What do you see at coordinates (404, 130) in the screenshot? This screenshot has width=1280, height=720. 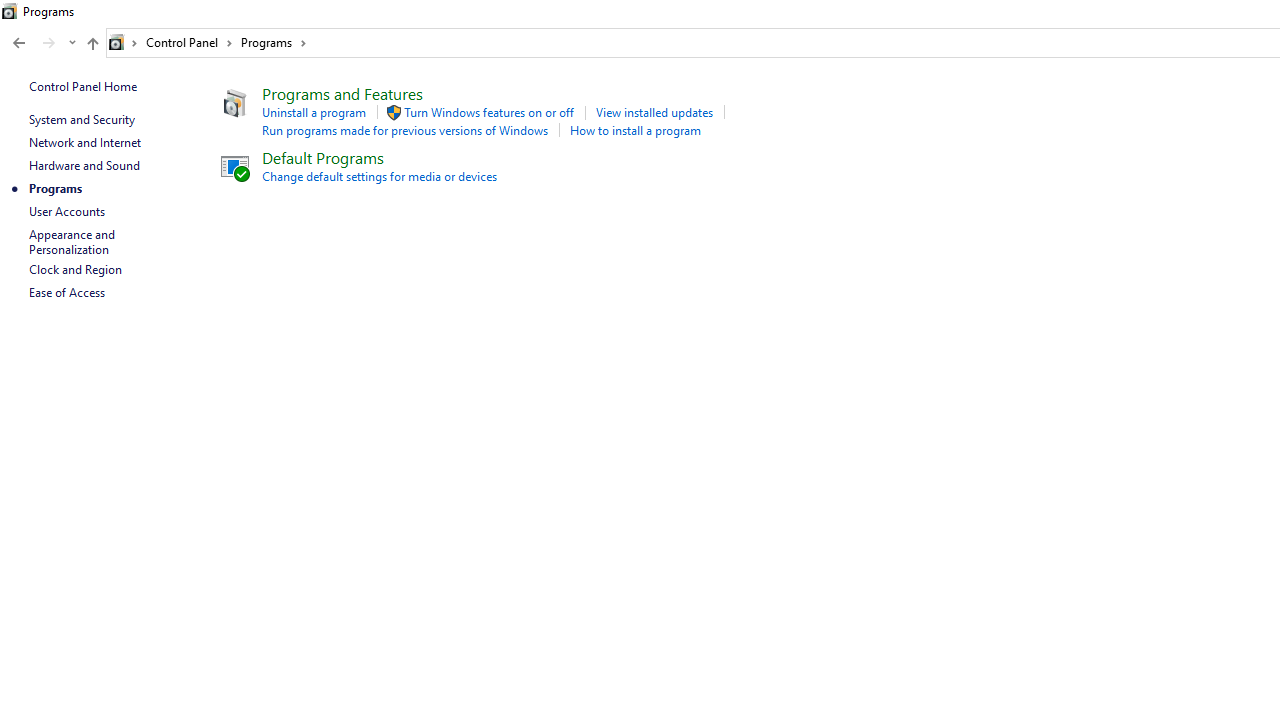 I see `'Run programs made for previous versions of Windows'` at bounding box center [404, 130].